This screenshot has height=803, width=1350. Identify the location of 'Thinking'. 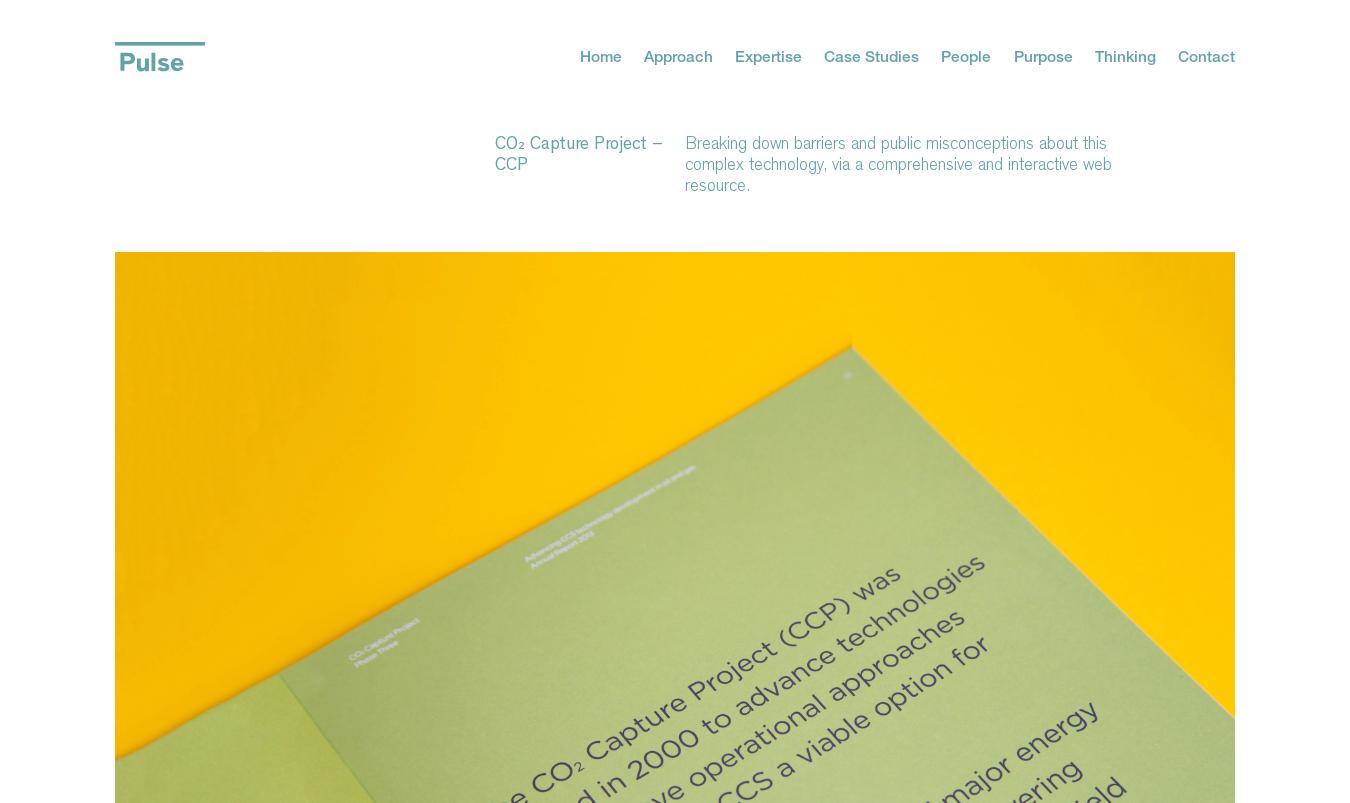
(1124, 54).